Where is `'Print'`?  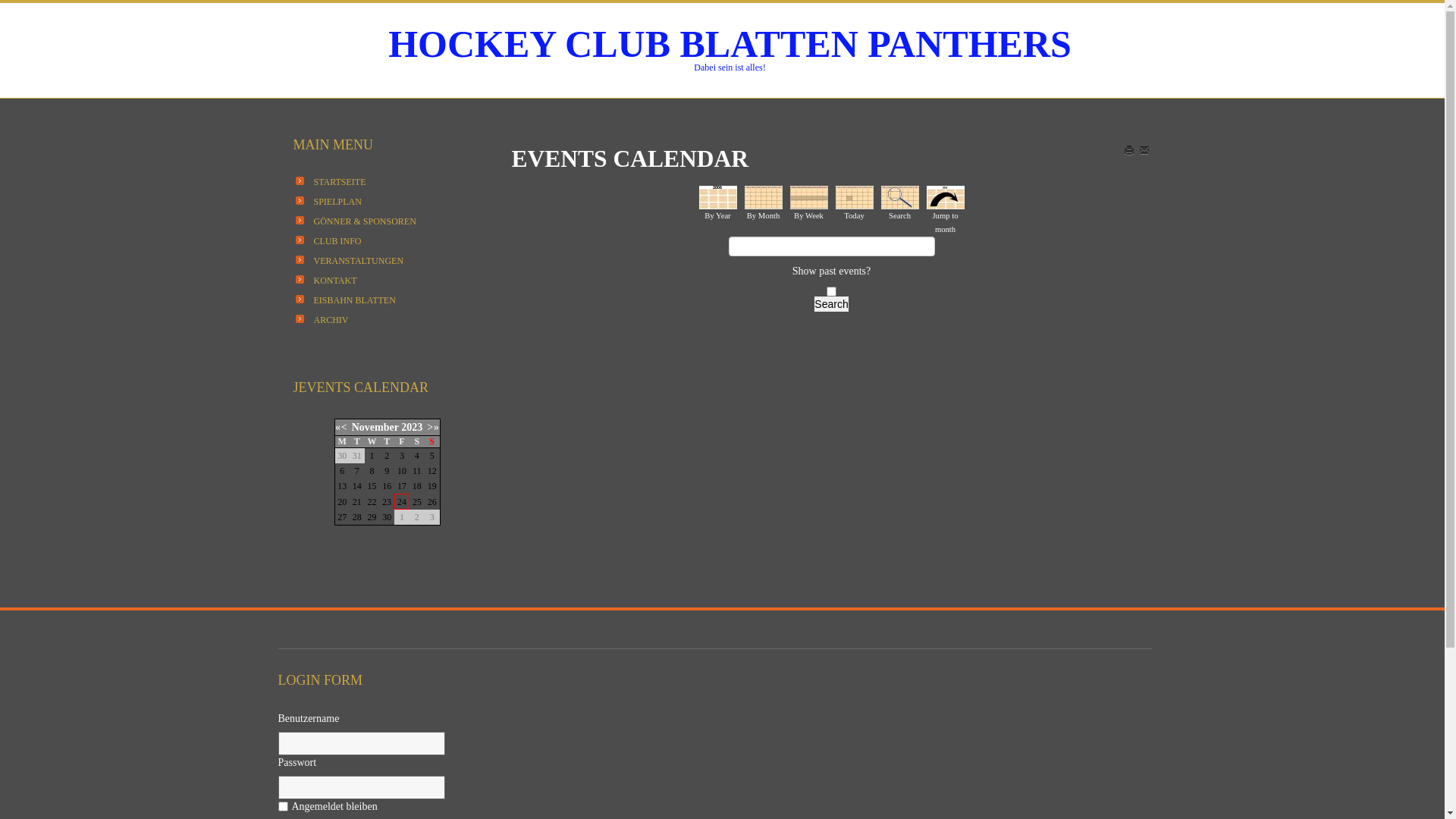 'Print' is located at coordinates (1130, 149).